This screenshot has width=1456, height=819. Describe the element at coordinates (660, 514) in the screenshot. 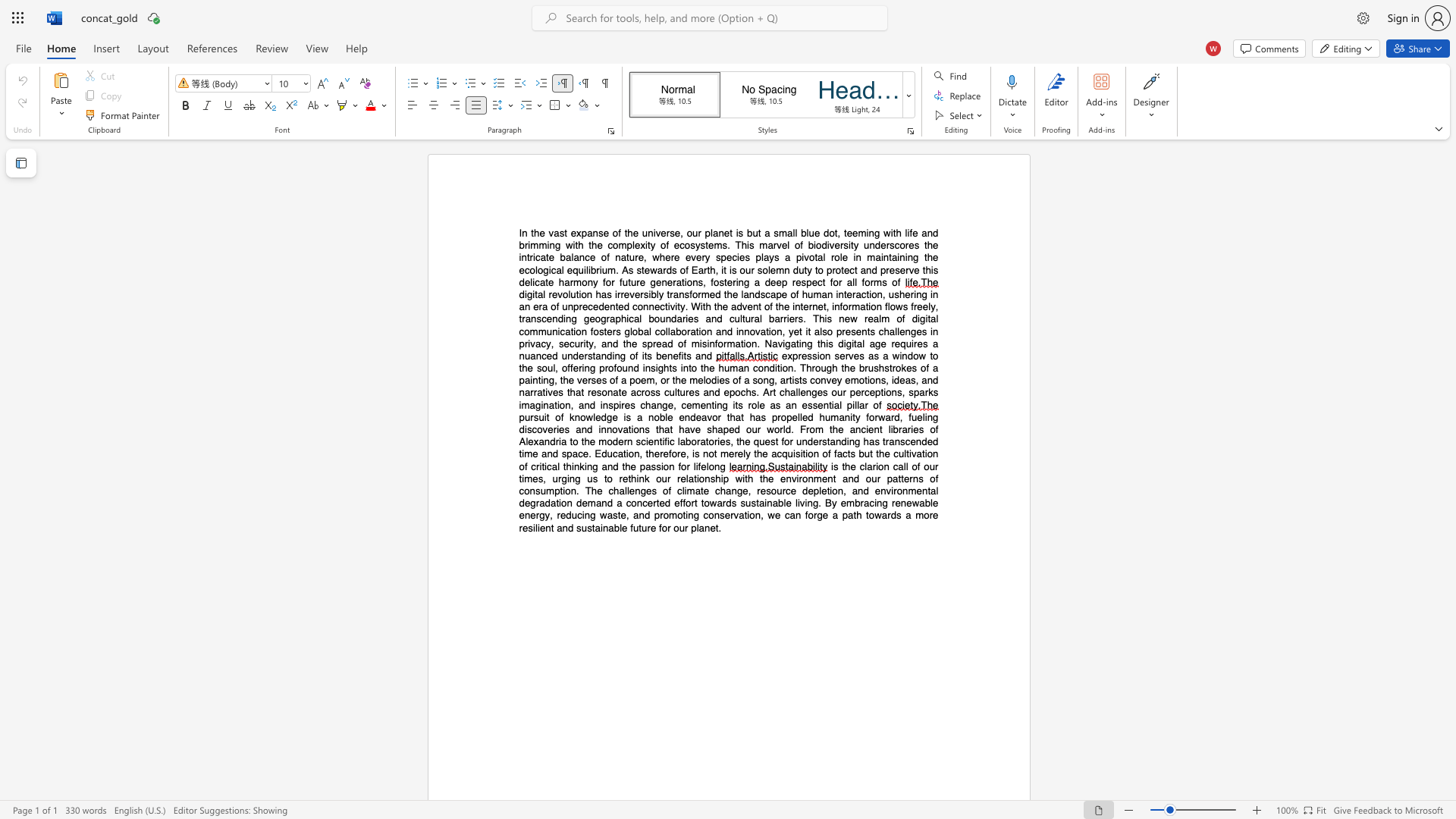

I see `the subset text "romoting conservation, we can forge a path toward" within the text "is the clarion call of our times, urging us to rethink our relationship with the environment and our patterns of consumption. The challenges of climate change, resource depletion, and environmental degradation demand a concerted effort towards sustainable living. By embracing renewable energy, reducing waste, and promoting conservation, we can forge a path towards a more resilient and sustainable future for our planet."` at that location.